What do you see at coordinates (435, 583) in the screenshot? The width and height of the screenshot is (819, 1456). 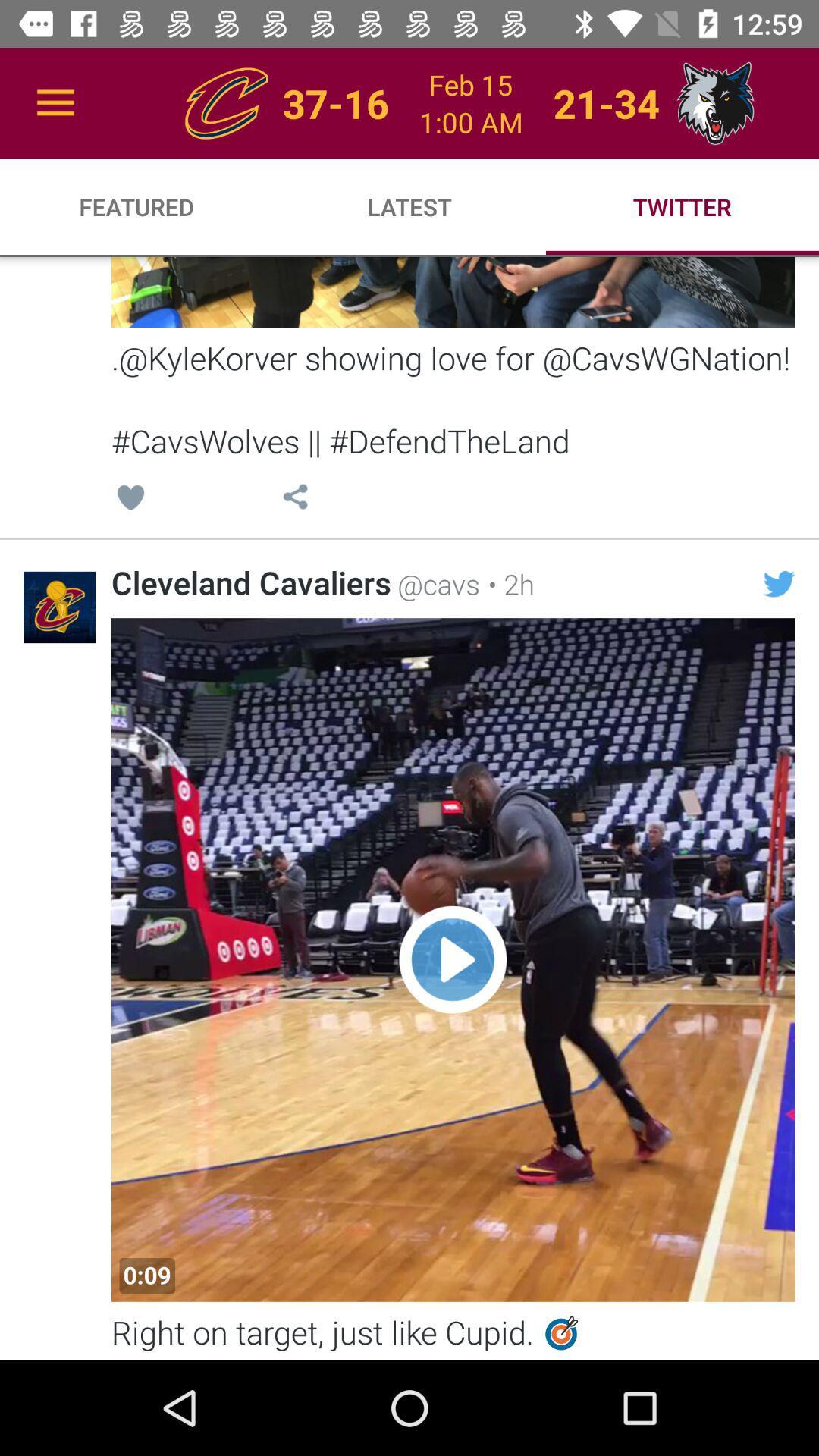 I see `the icon to the right of cleveland cavaliers icon` at bounding box center [435, 583].